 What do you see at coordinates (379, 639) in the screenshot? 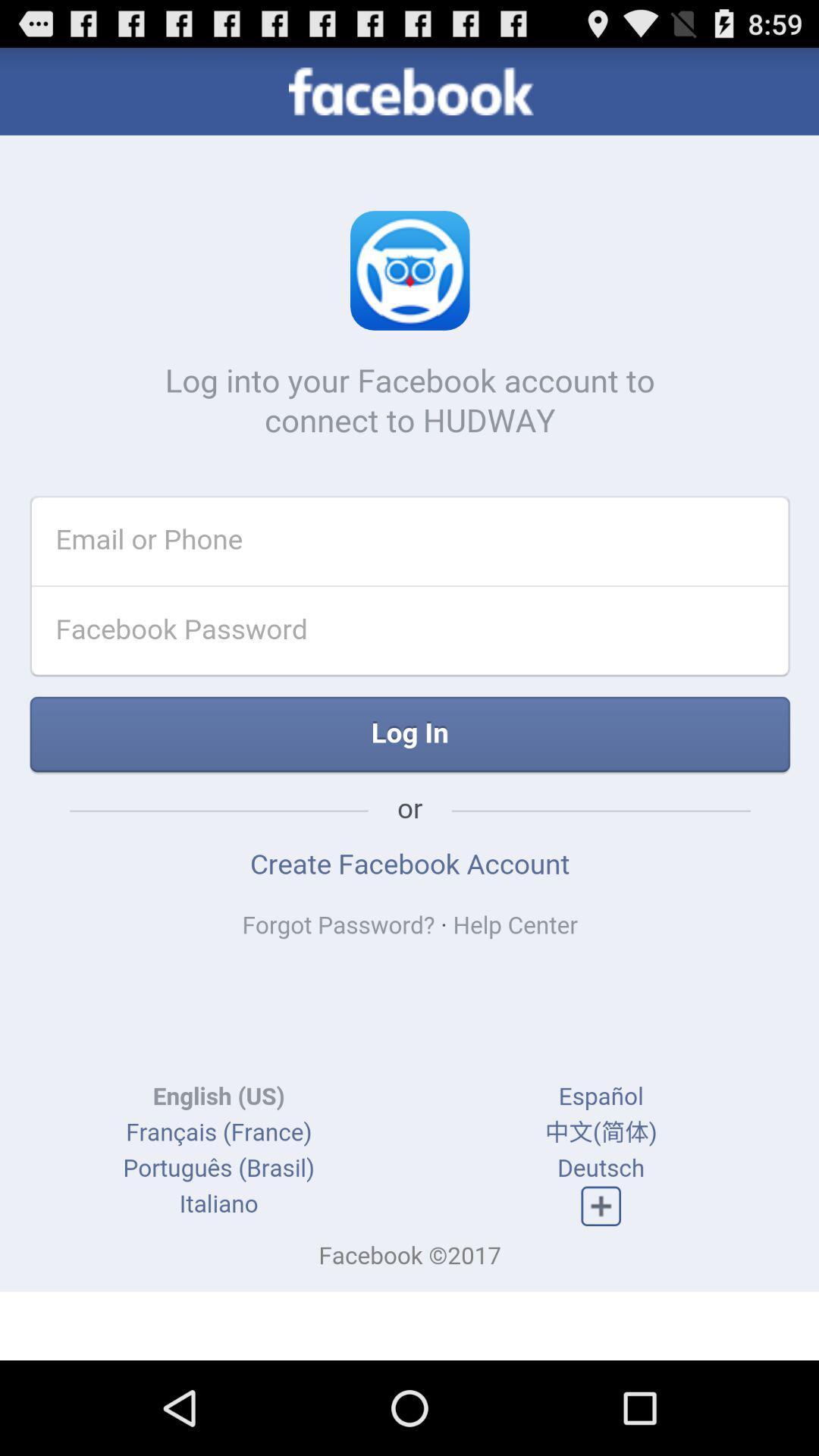
I see `the text field facebook password` at bounding box center [379, 639].